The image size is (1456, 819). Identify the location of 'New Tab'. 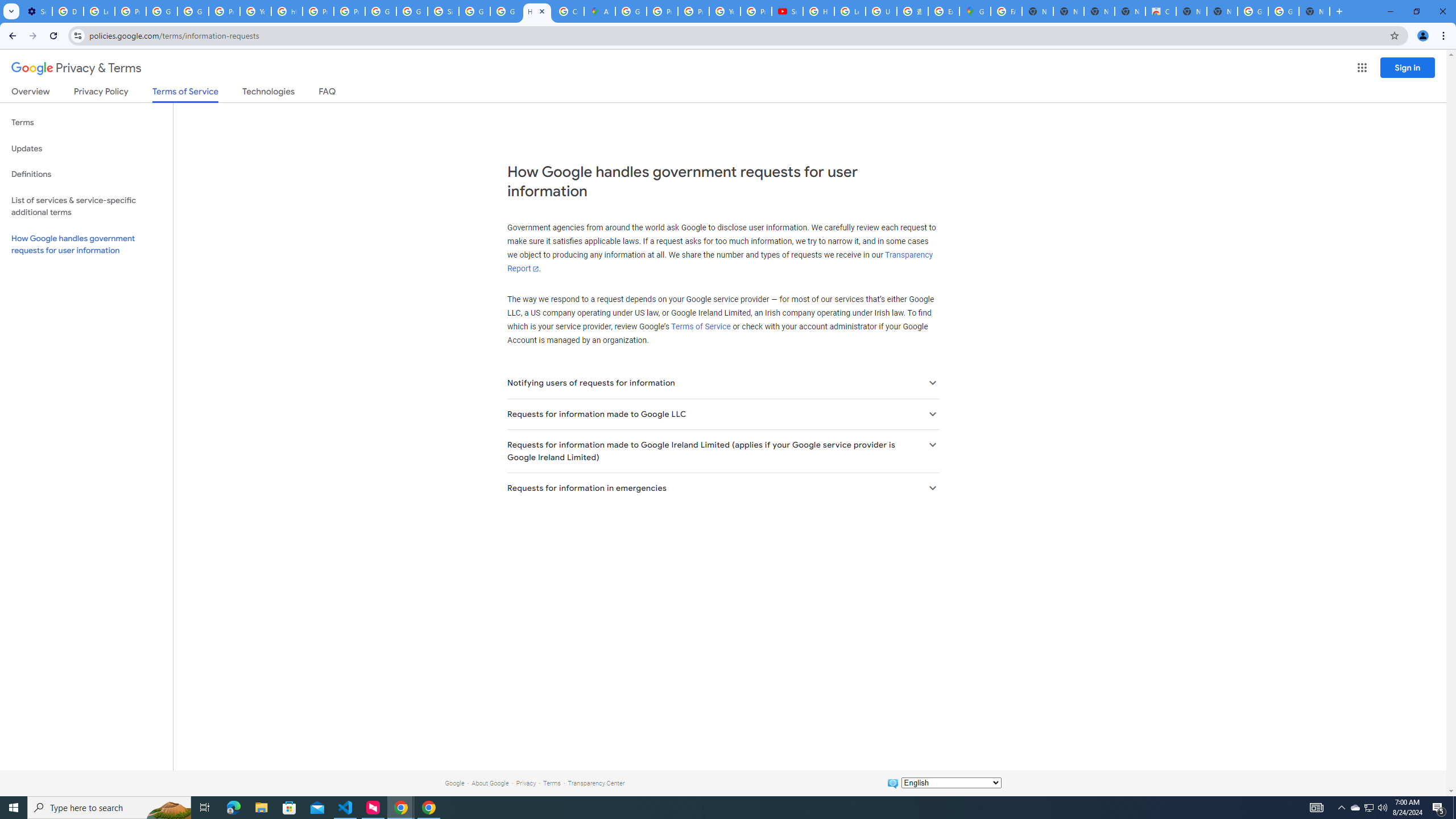
(1314, 11).